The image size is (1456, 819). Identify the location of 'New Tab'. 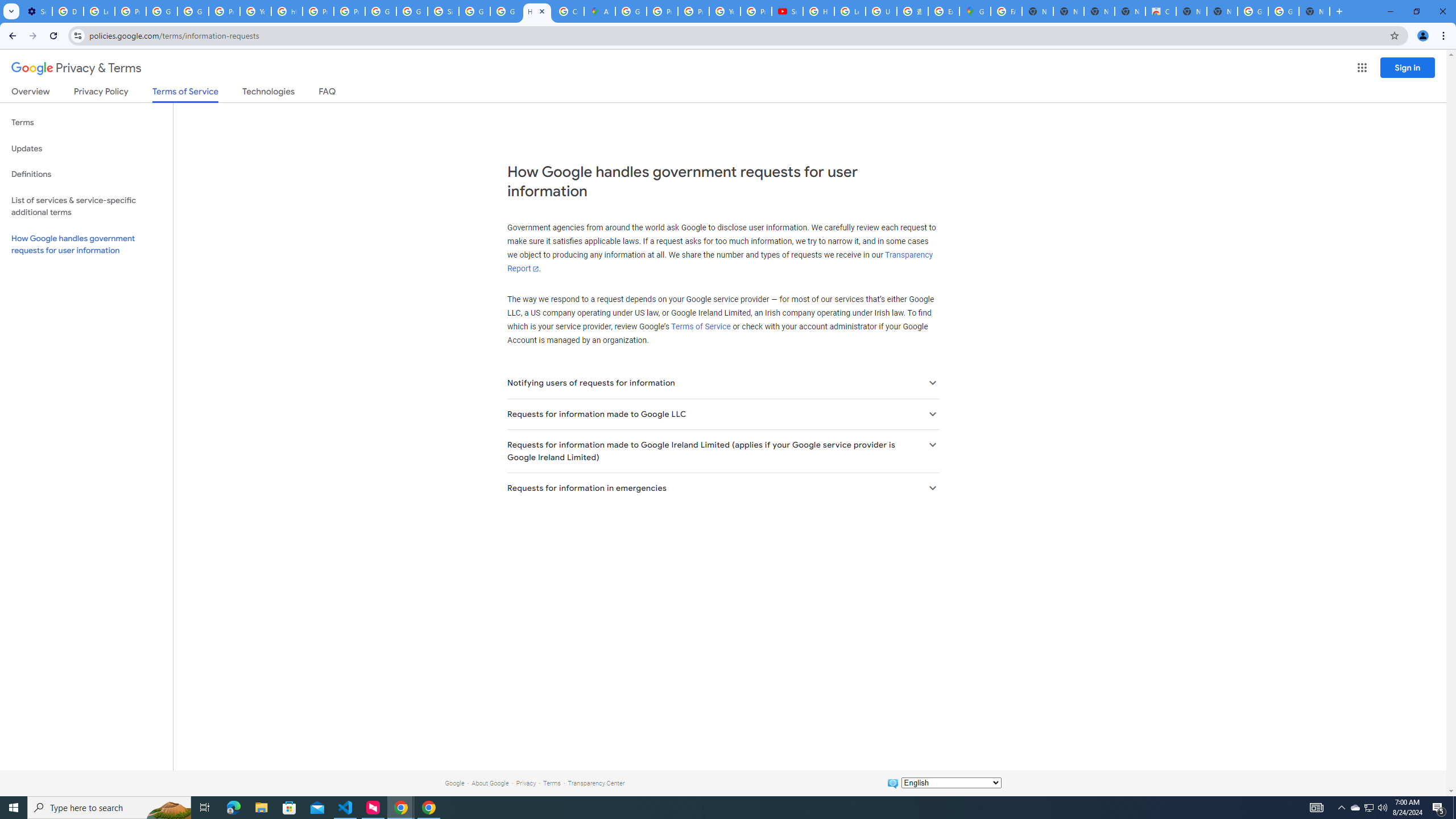
(1314, 11).